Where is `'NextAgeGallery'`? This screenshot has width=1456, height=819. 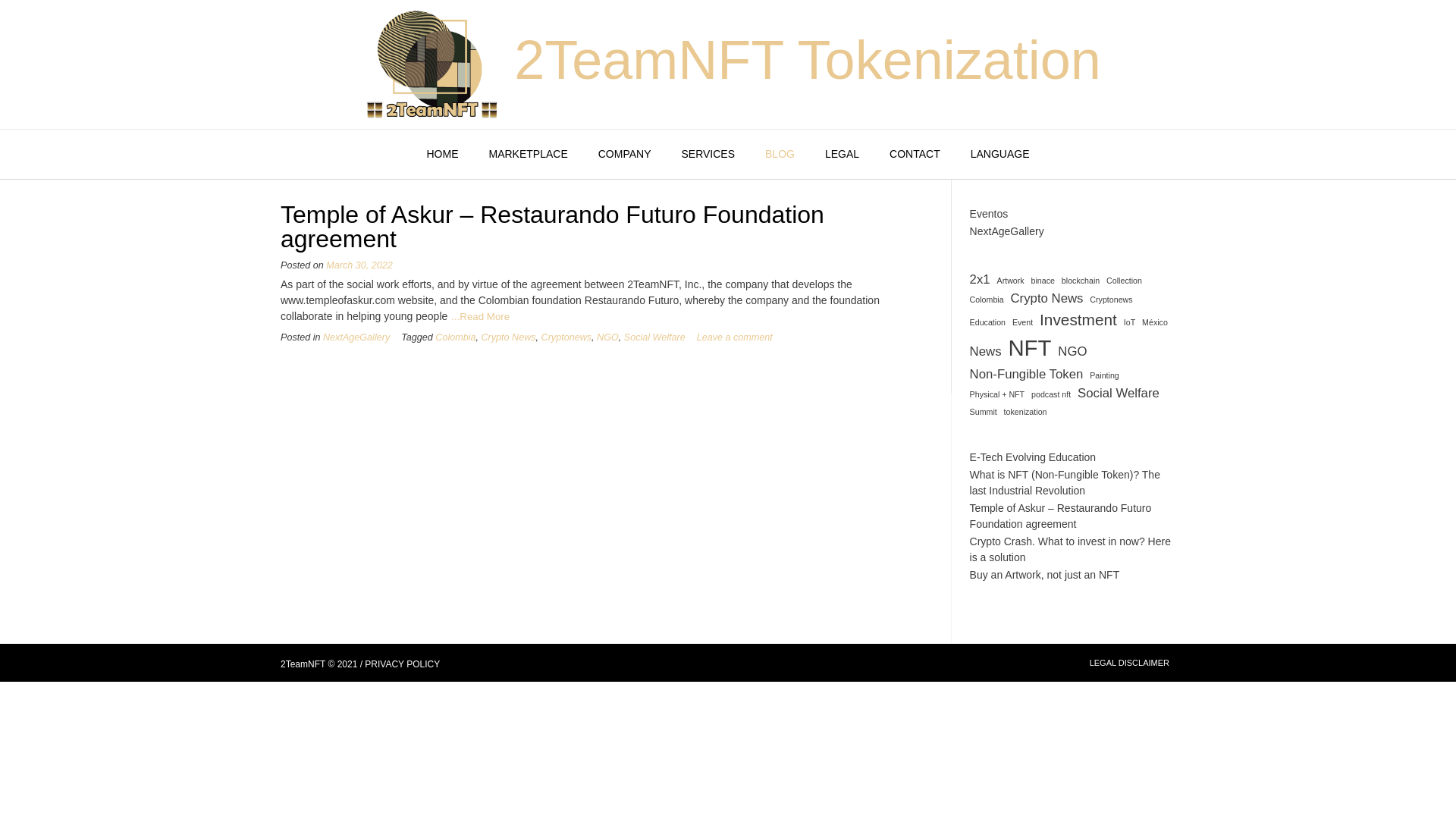
'NextAgeGallery' is located at coordinates (356, 336).